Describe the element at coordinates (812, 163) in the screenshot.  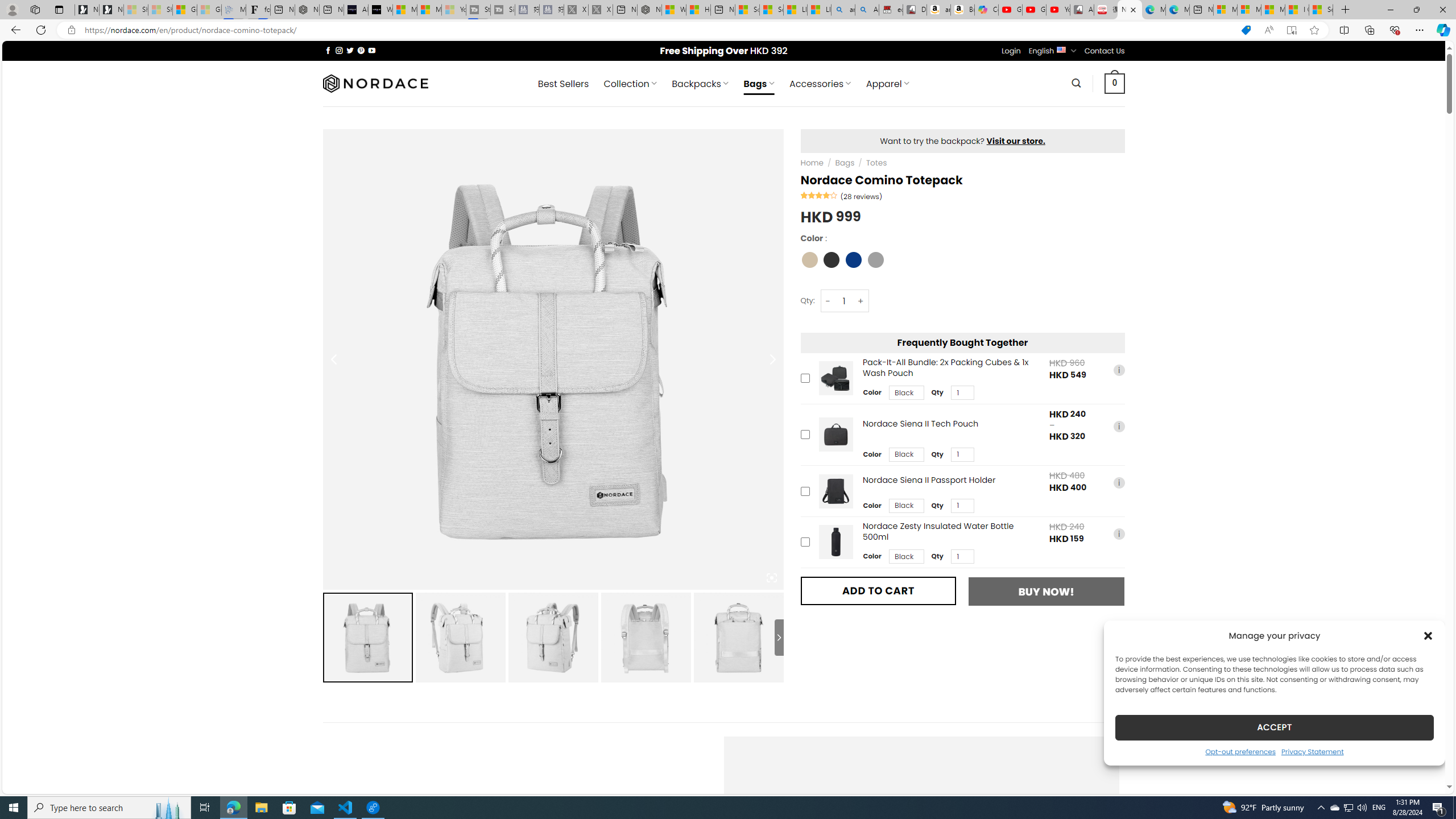
I see `'Home'` at that location.